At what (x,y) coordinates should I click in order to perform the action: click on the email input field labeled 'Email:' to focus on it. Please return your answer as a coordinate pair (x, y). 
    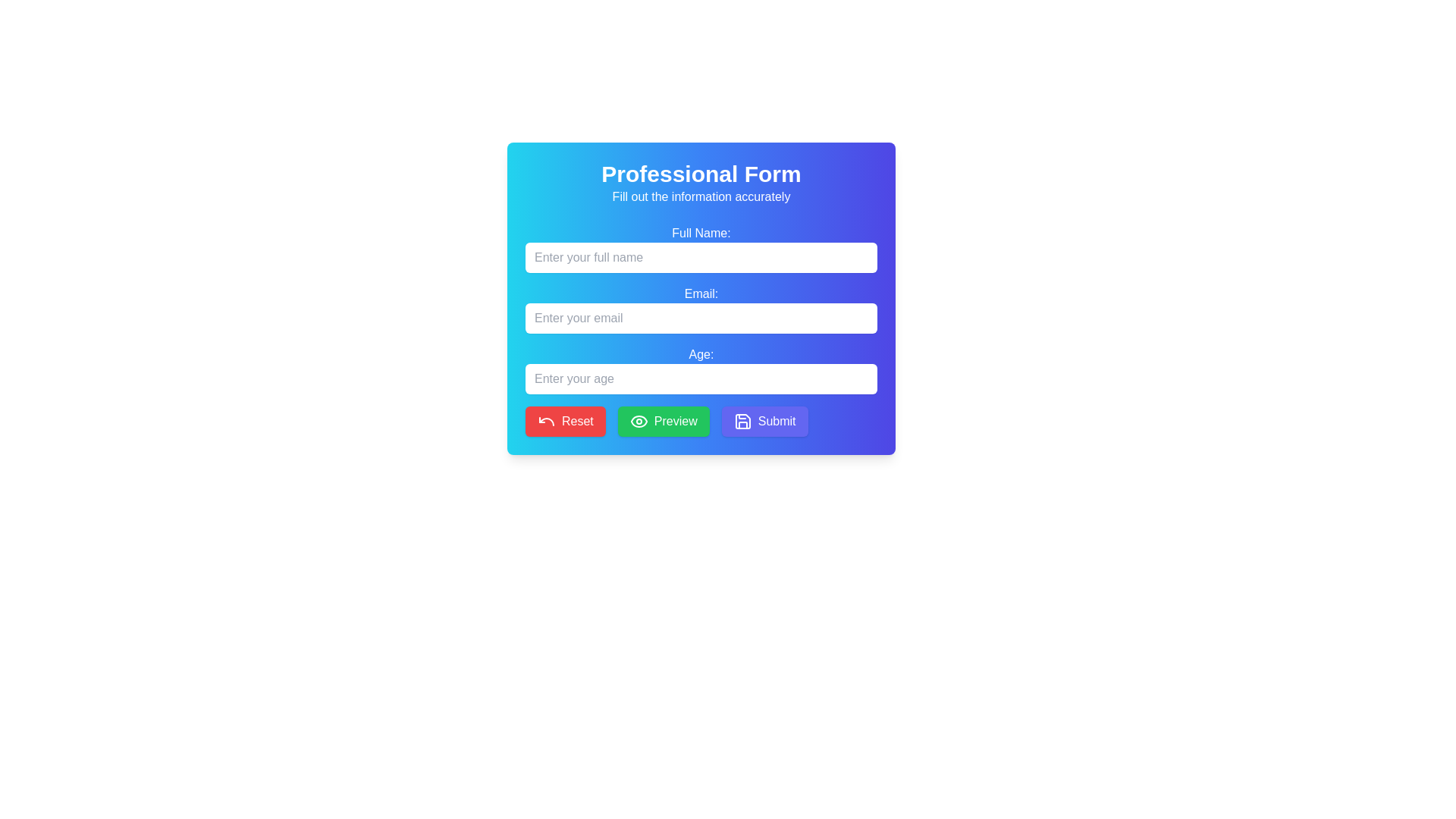
    Looking at the image, I should click on (701, 309).